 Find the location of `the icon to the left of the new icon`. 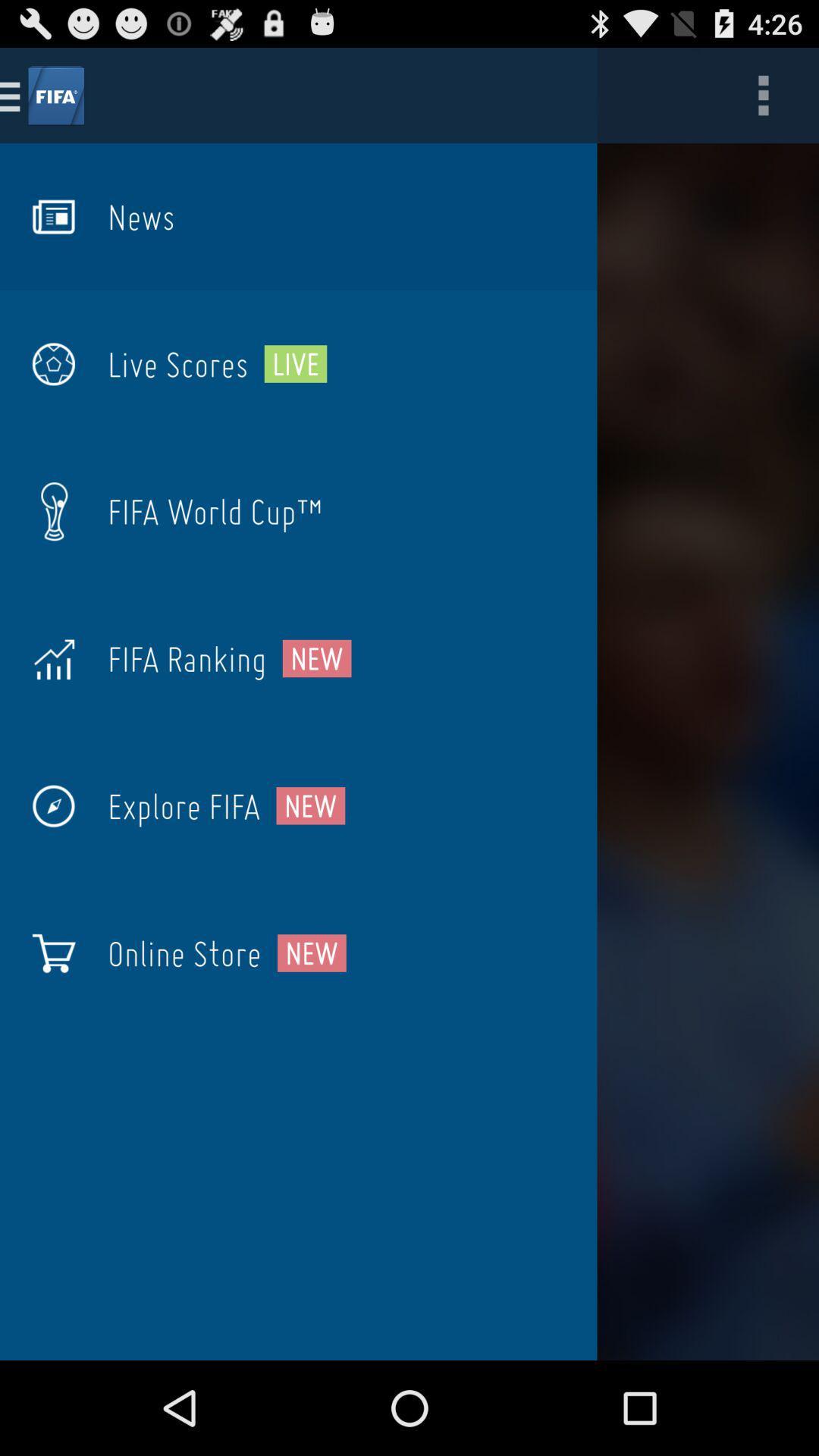

the icon to the left of the new icon is located at coordinates (186, 658).